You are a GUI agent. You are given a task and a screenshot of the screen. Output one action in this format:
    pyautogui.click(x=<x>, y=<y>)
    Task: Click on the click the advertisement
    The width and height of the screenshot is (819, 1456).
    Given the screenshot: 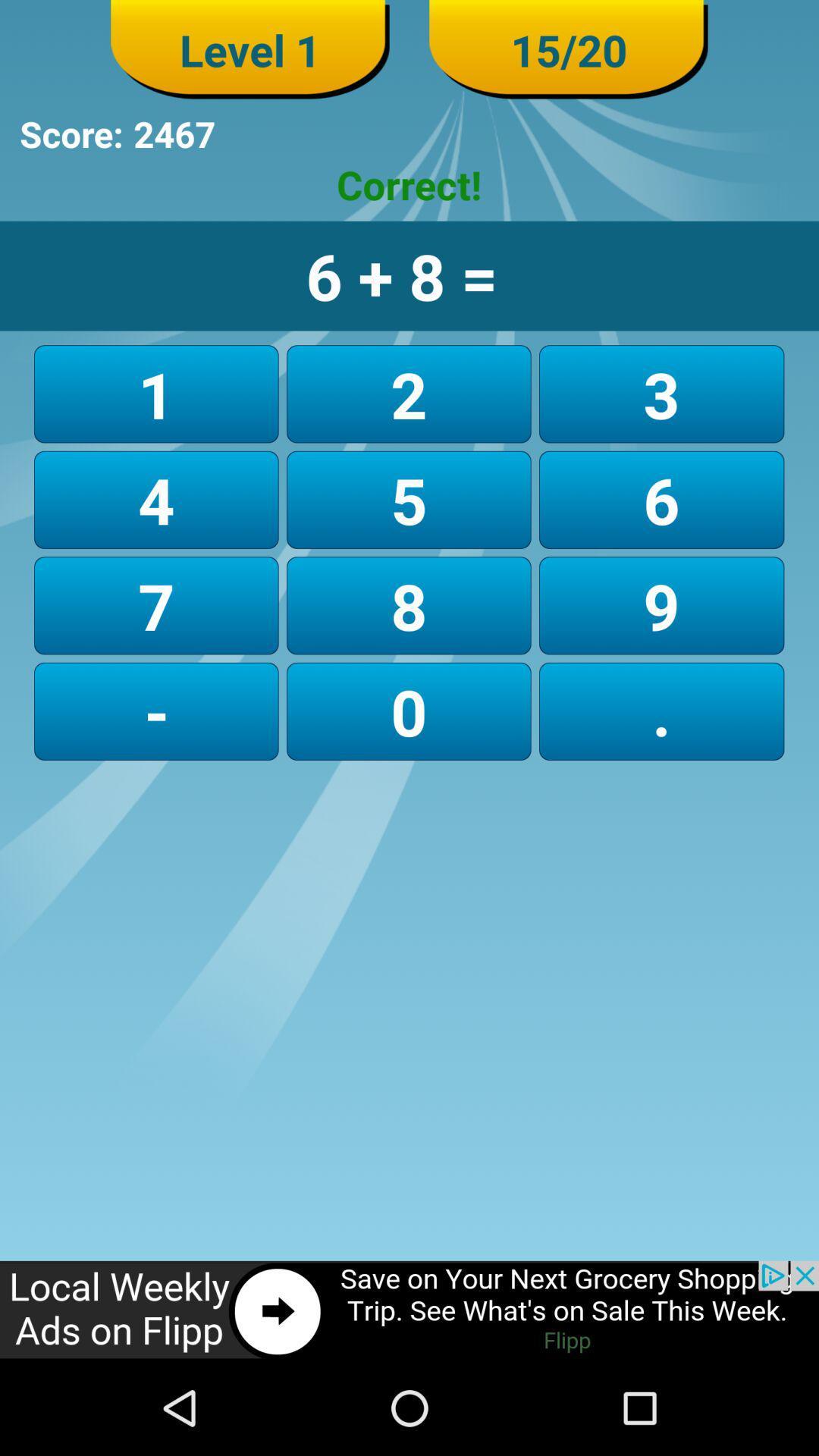 What is the action you would take?
    pyautogui.click(x=409, y=1310)
    